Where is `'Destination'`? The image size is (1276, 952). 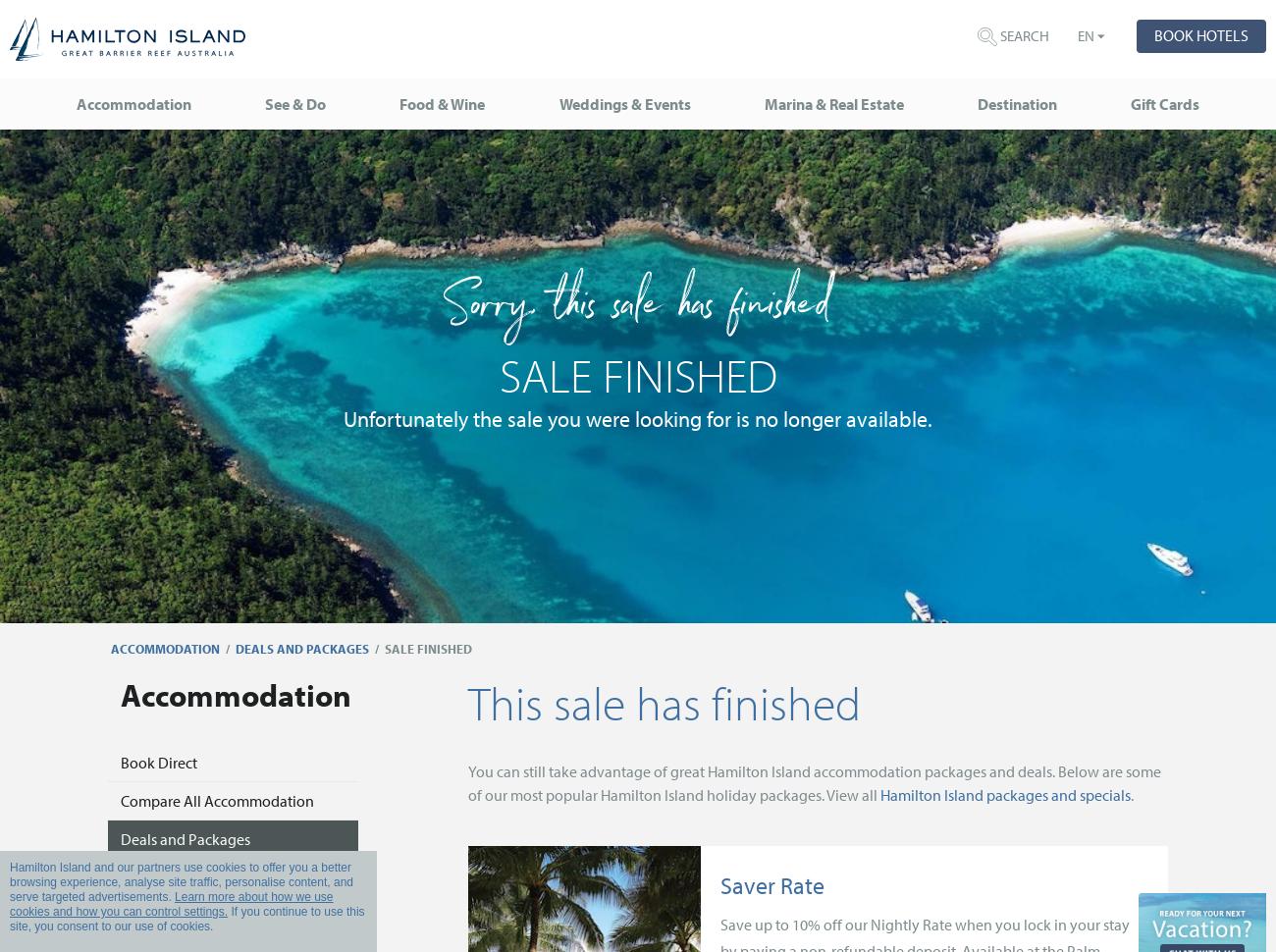 'Destination' is located at coordinates (1016, 104).